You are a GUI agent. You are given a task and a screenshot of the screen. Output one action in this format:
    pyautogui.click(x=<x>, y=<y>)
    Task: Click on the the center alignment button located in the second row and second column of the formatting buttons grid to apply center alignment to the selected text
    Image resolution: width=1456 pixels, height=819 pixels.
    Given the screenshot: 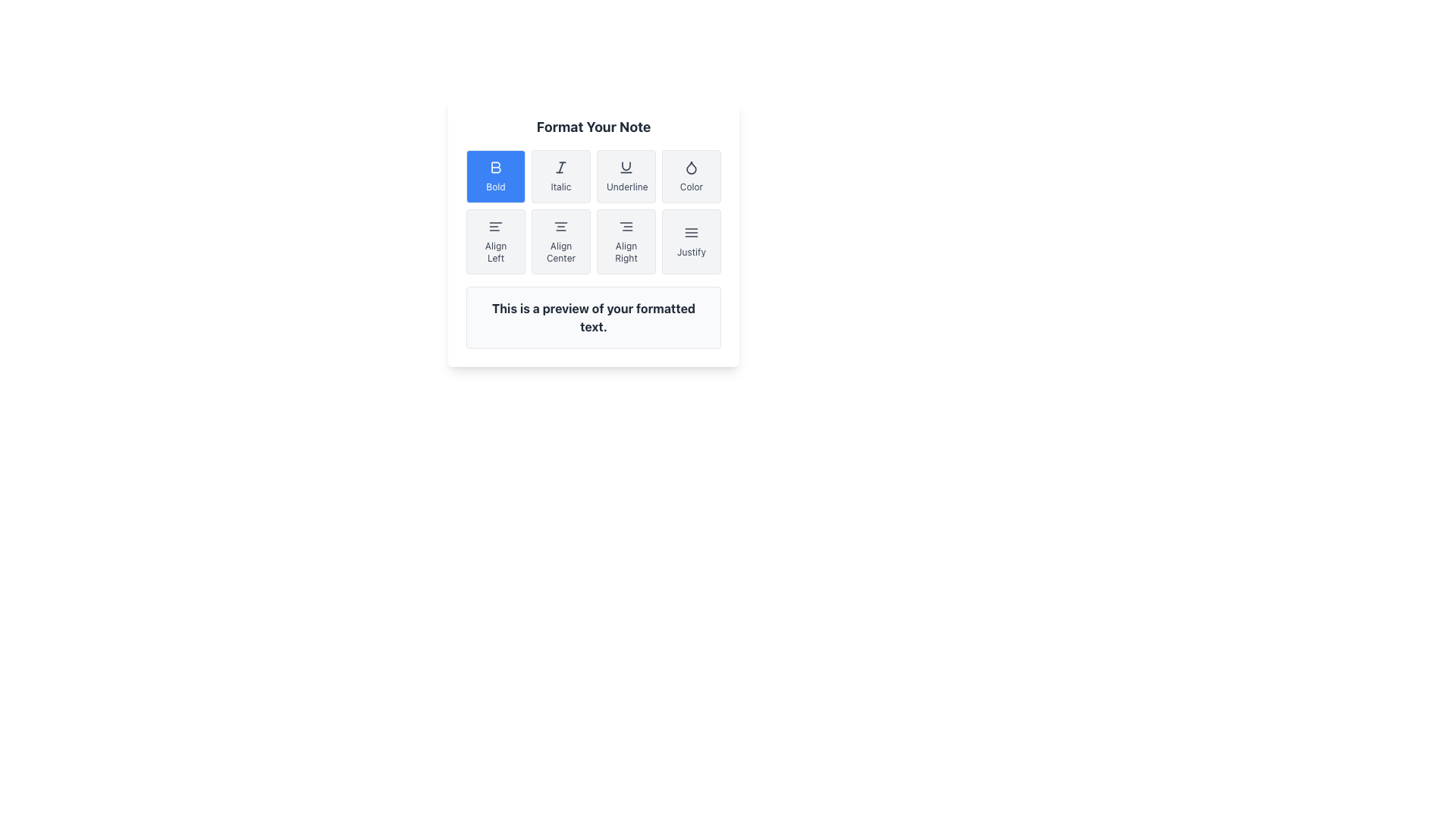 What is the action you would take?
    pyautogui.click(x=560, y=241)
    